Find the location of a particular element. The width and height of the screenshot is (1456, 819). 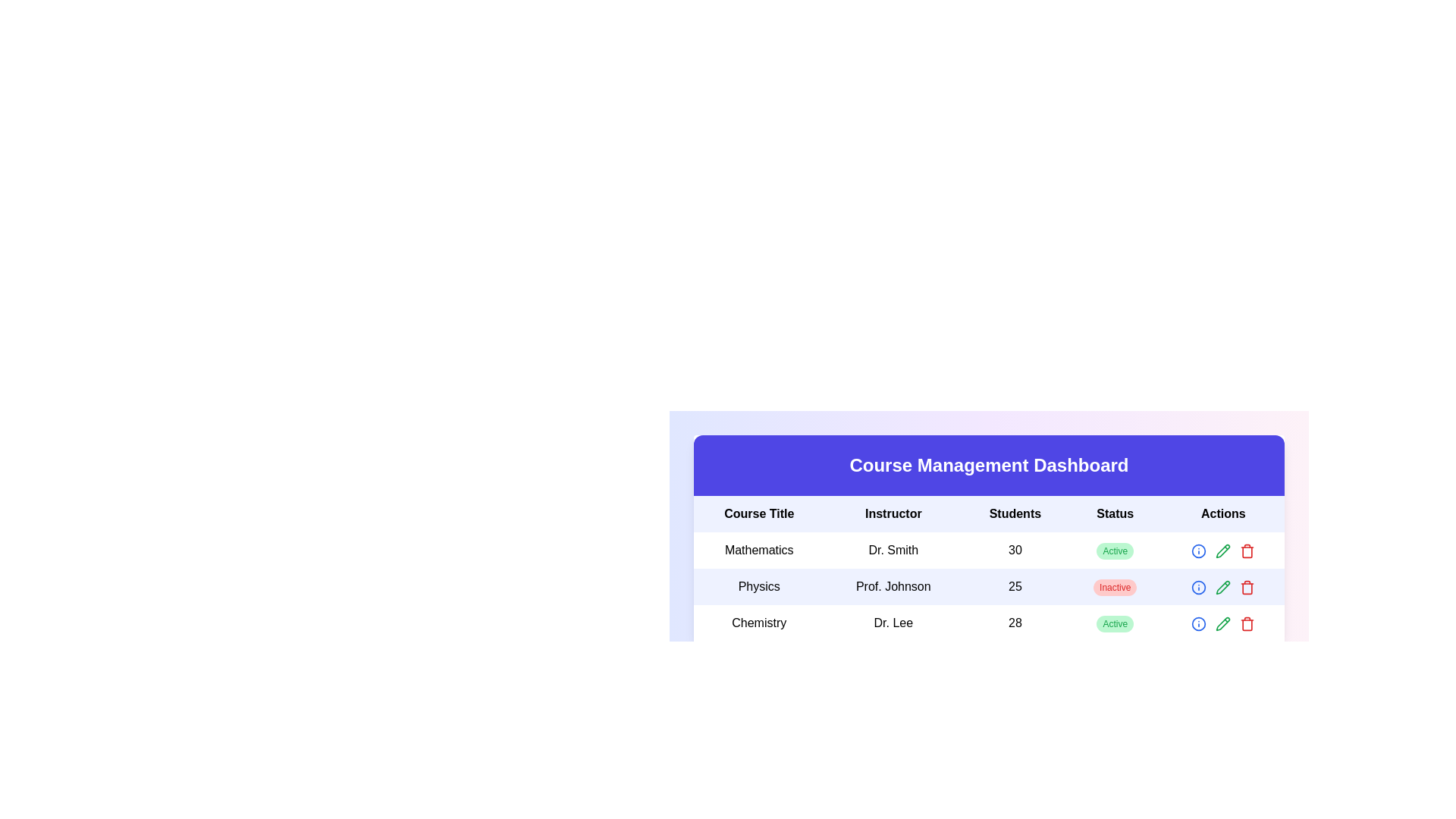

the text label displaying 'Mathematics' in black font on a white background, which is located in the first visible row under the 'Course Title' column of the table is located at coordinates (759, 550).